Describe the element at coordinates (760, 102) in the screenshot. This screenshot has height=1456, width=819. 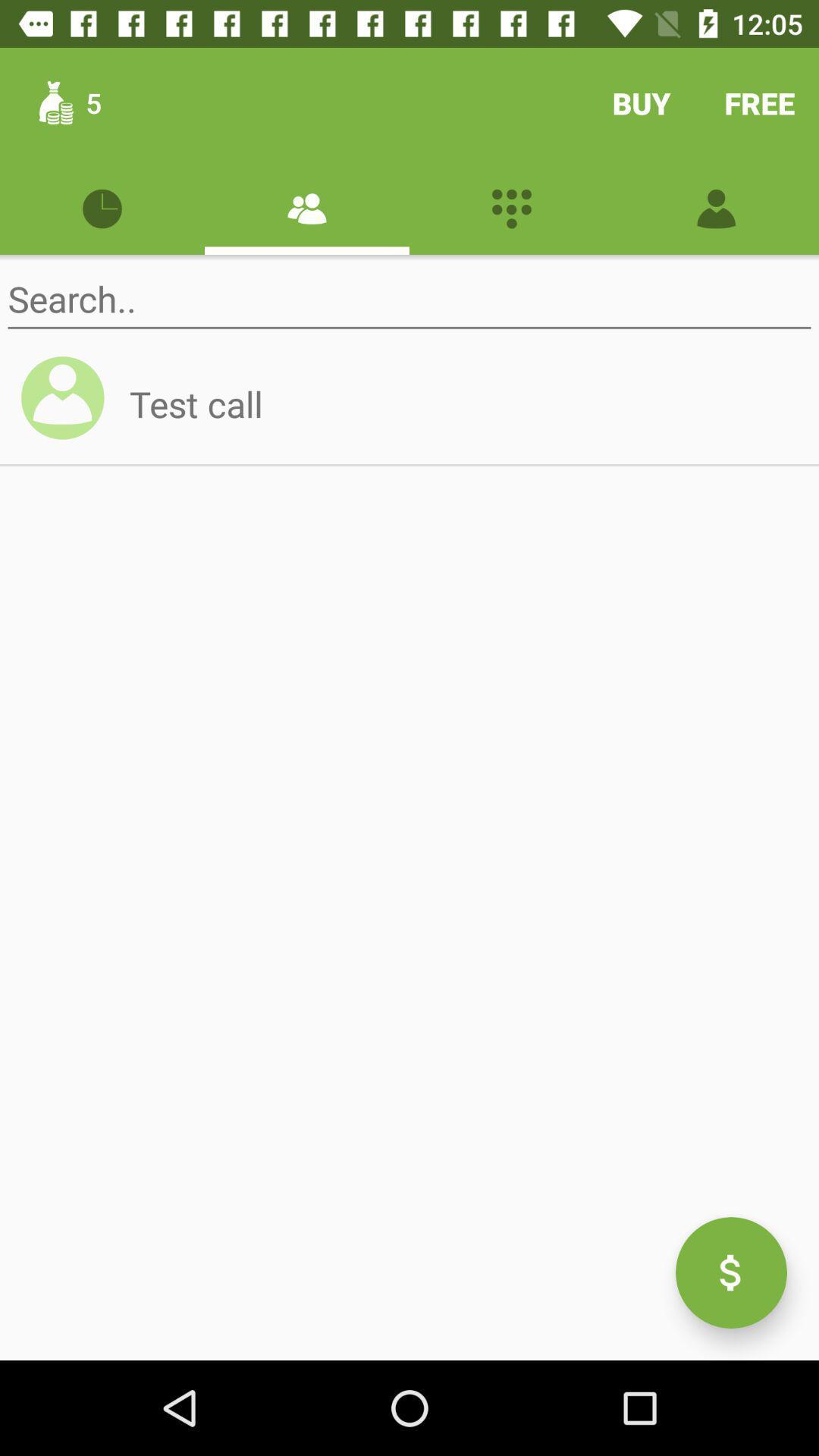
I see `the button free on the top right corner of the web page` at that location.